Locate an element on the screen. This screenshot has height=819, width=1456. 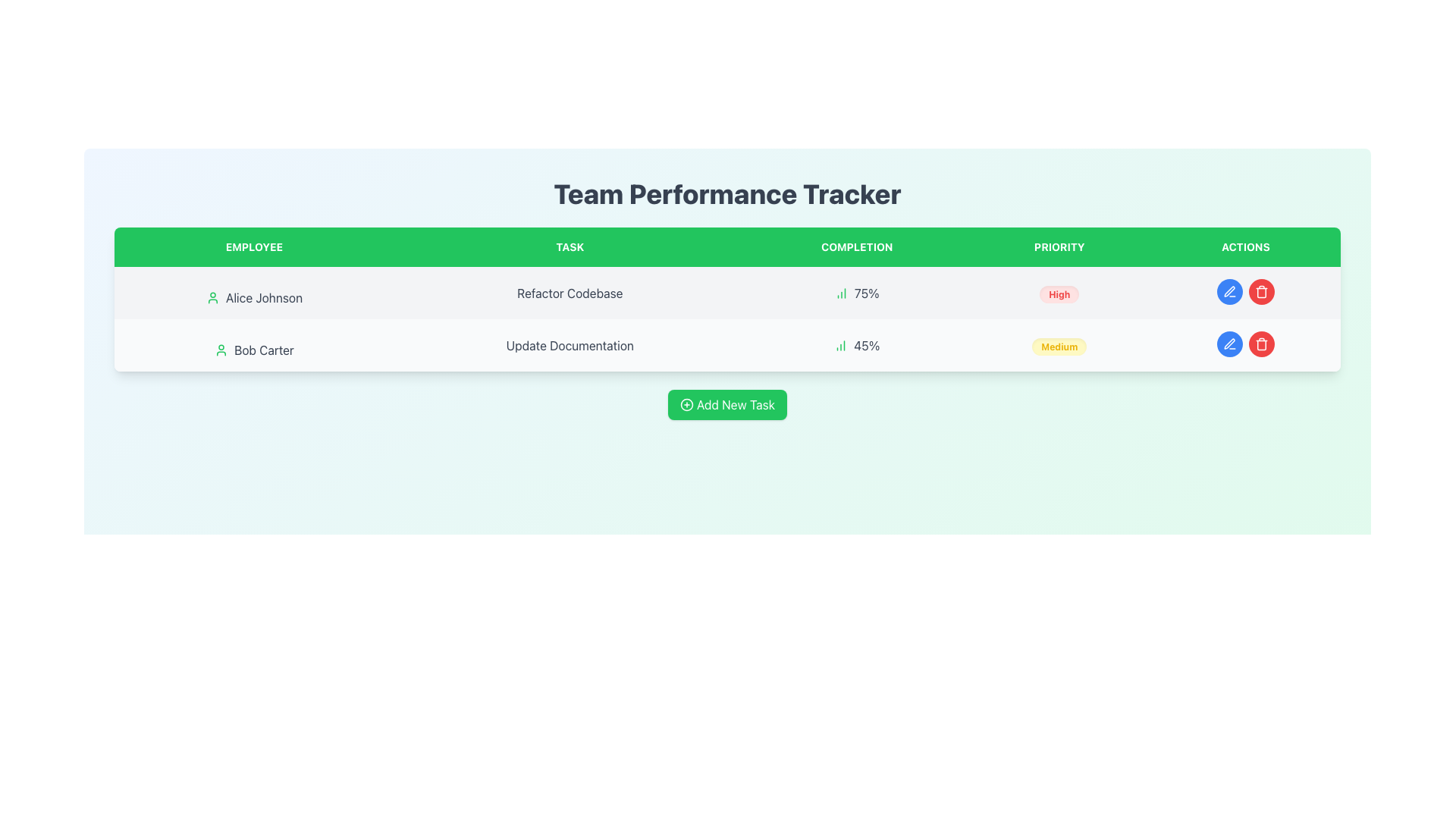
the red rounded button with a trash can icon is located at coordinates (1261, 344).